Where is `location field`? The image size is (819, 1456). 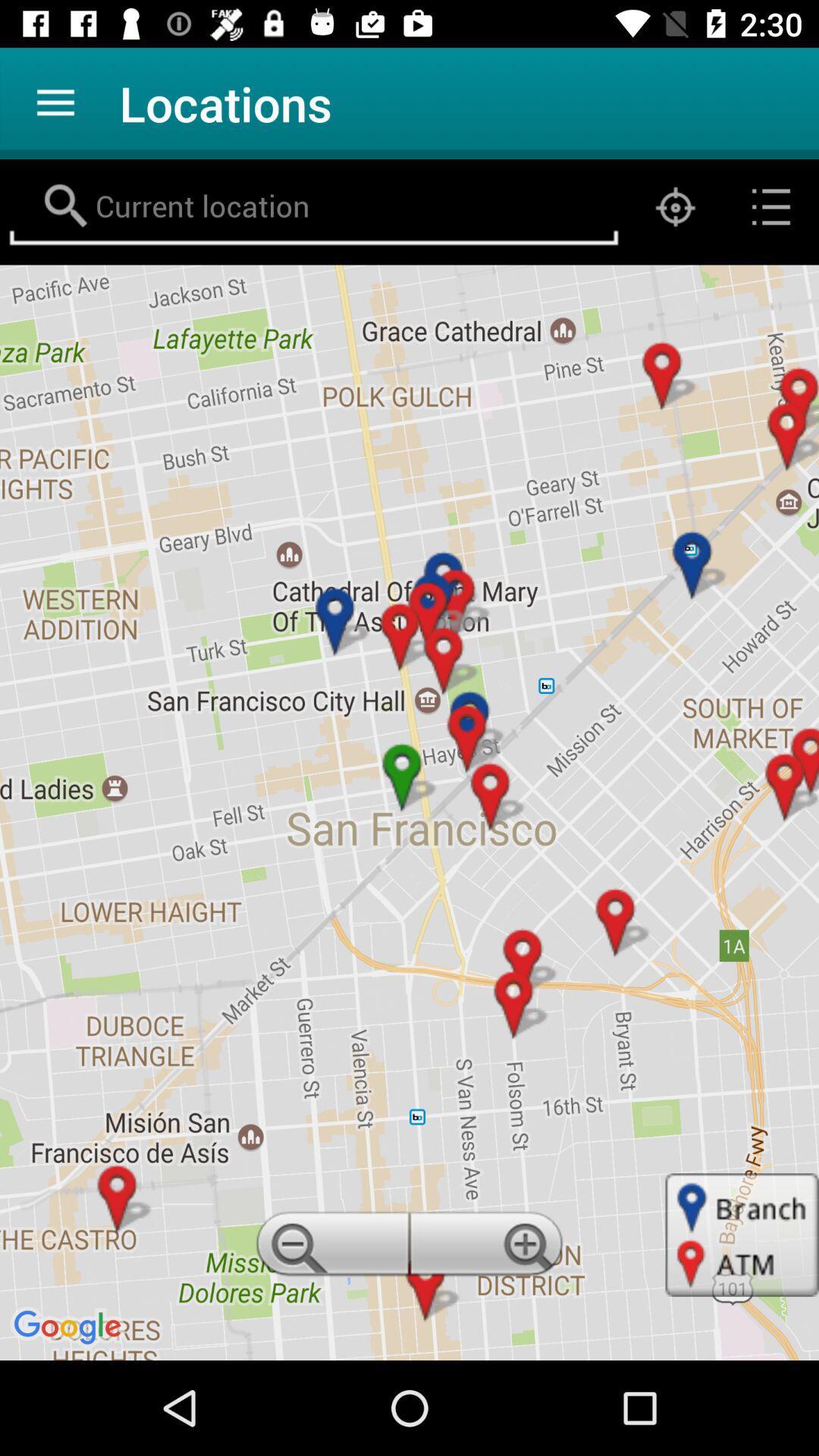 location field is located at coordinates (312, 206).